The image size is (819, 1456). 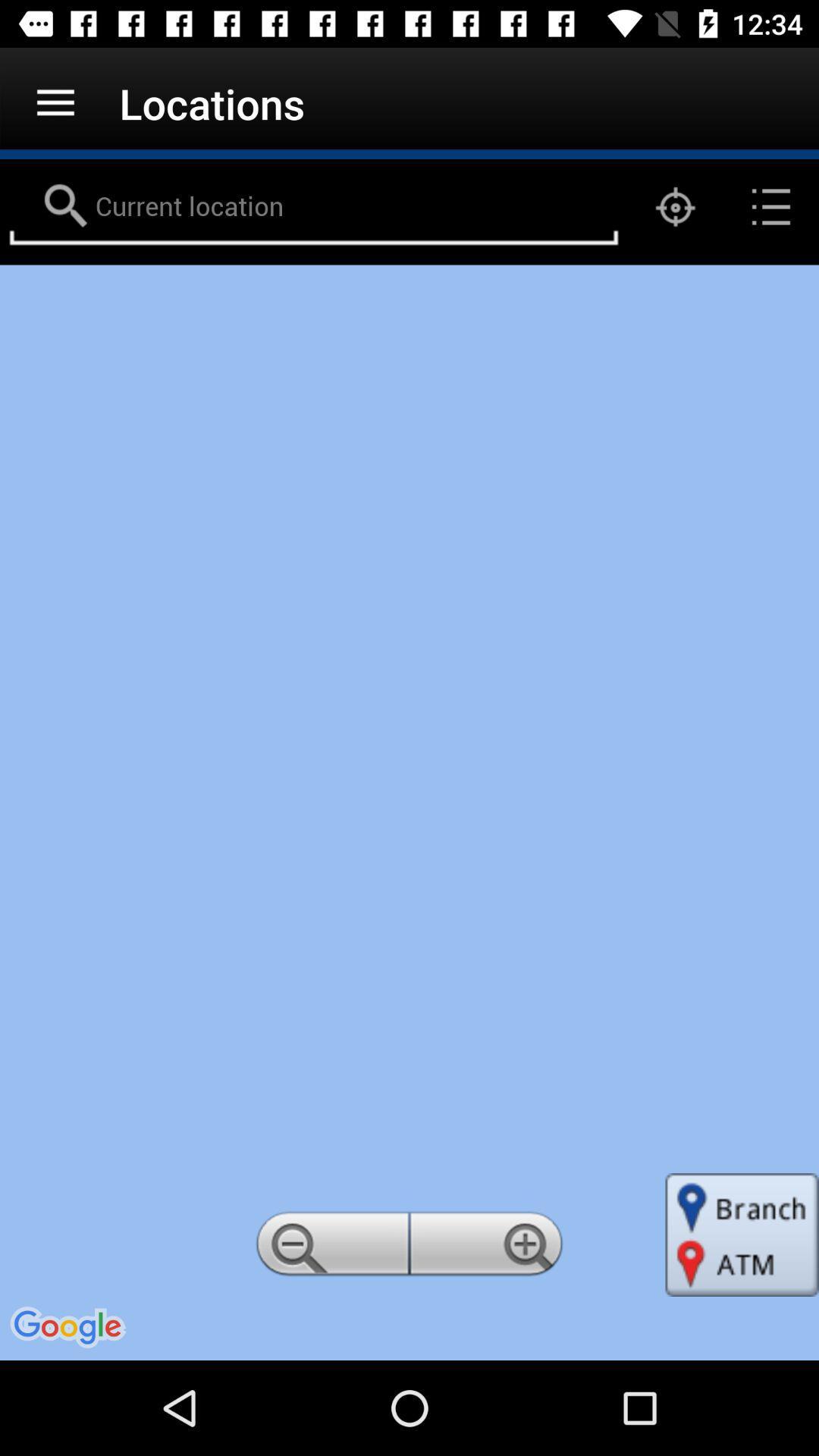 I want to click on the location_crosshair icon, so click(x=675, y=206).